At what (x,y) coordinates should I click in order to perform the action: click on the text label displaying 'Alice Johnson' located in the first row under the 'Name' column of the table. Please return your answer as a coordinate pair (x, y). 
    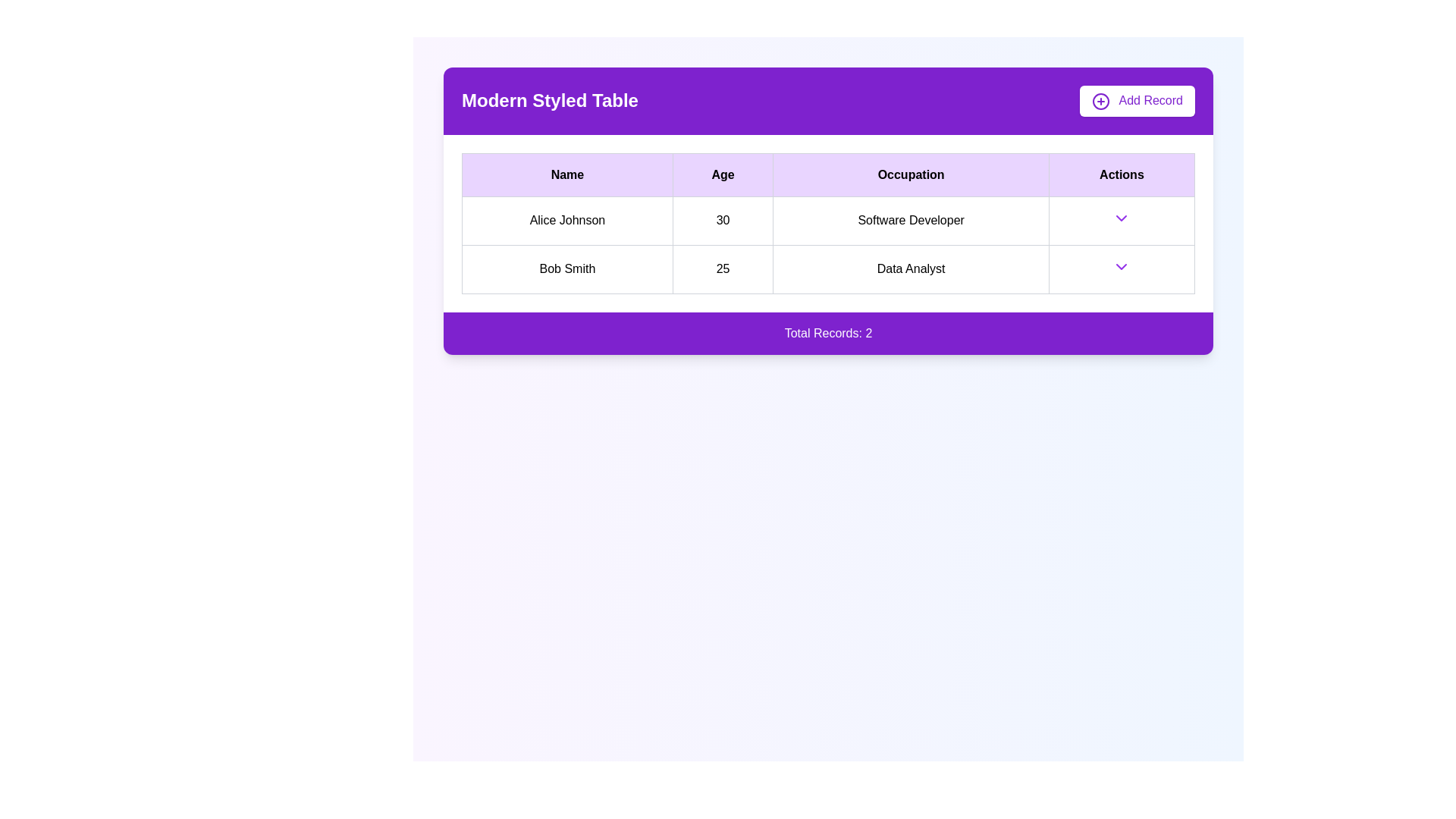
    Looking at the image, I should click on (566, 221).